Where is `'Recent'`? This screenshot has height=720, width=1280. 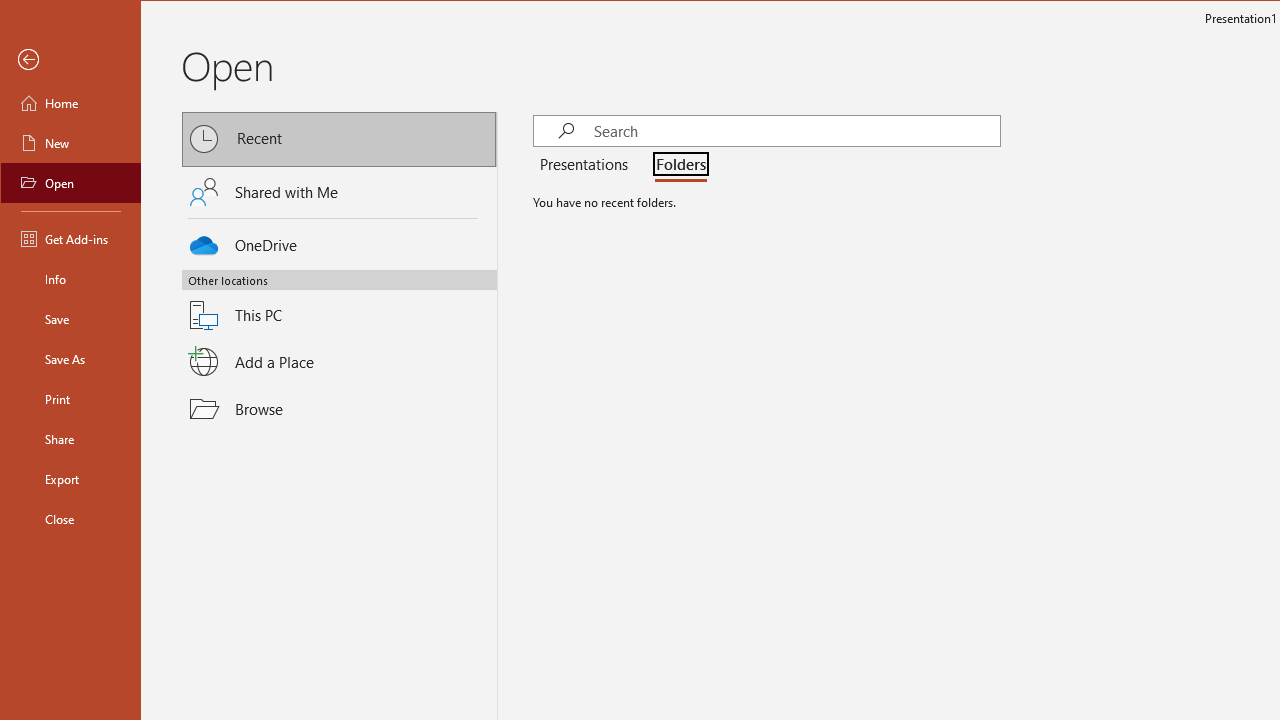
'Recent' is located at coordinates (339, 138).